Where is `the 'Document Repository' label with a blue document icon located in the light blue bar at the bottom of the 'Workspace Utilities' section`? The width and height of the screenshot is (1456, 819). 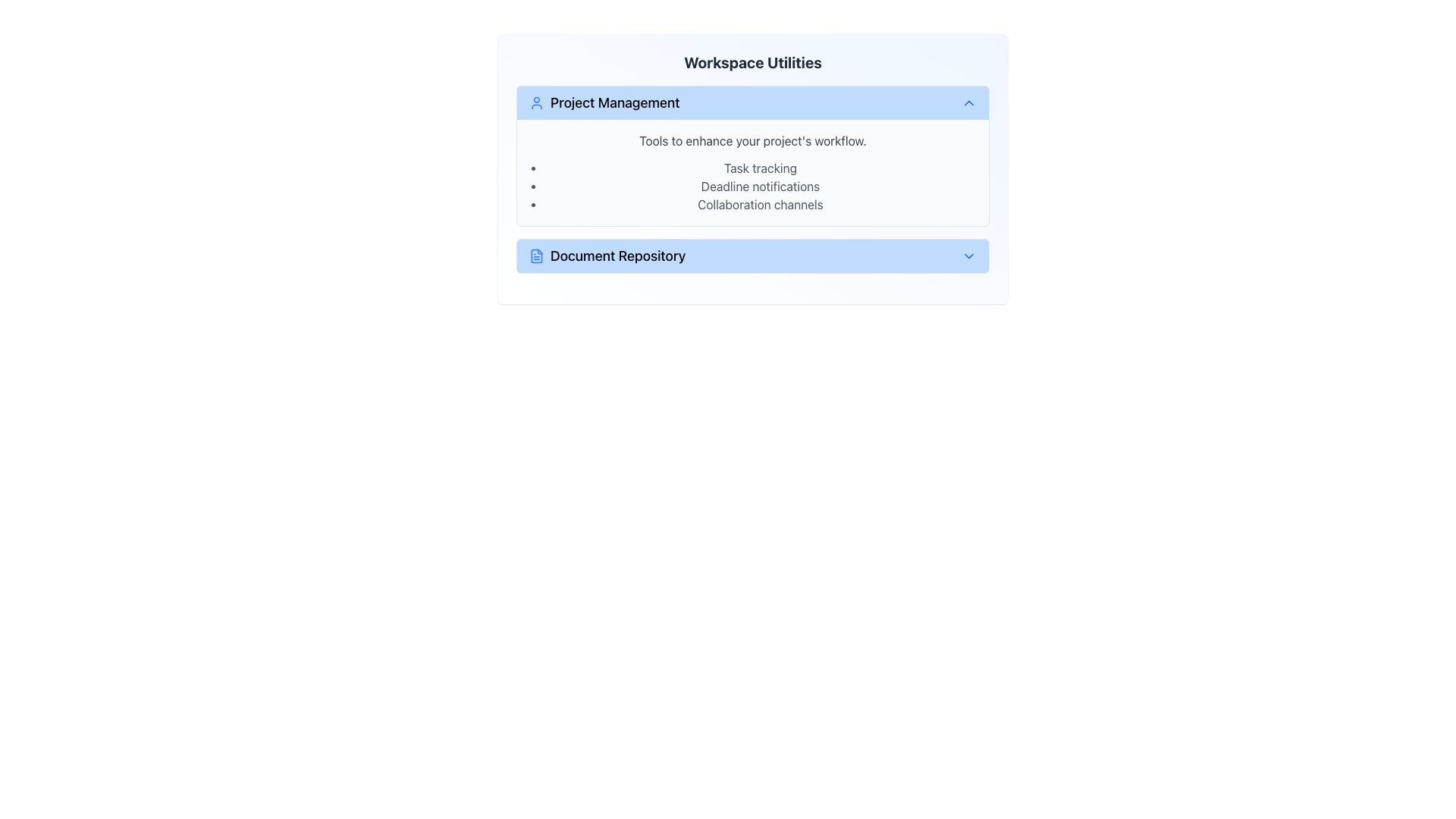 the 'Document Repository' label with a blue document icon located in the light blue bar at the bottom of the 'Workspace Utilities' section is located at coordinates (607, 256).